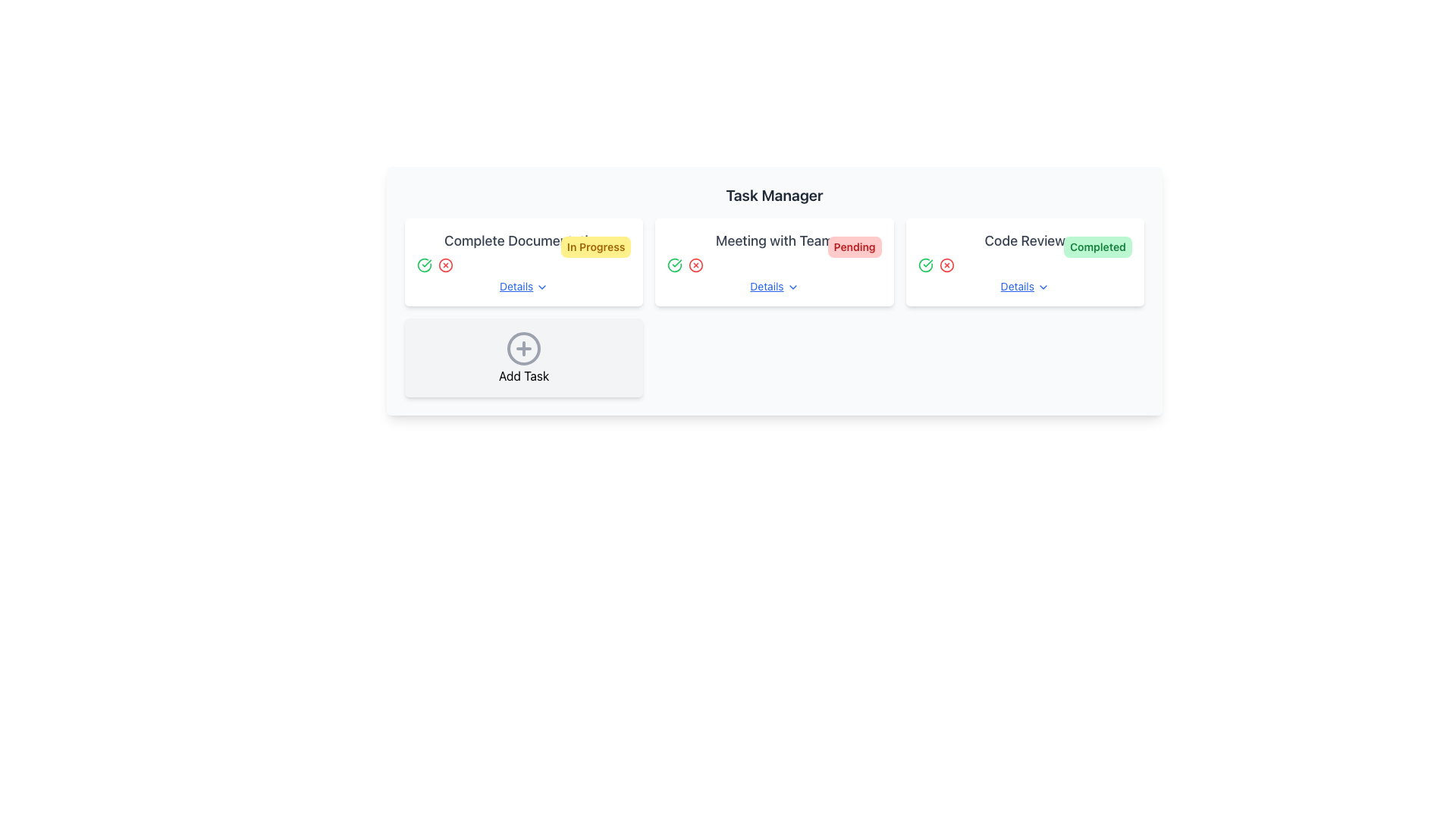 This screenshot has width=1456, height=819. I want to click on the interactive text link with an icon located at the bottom of the 'Meeting with Team' card, so click(774, 287).